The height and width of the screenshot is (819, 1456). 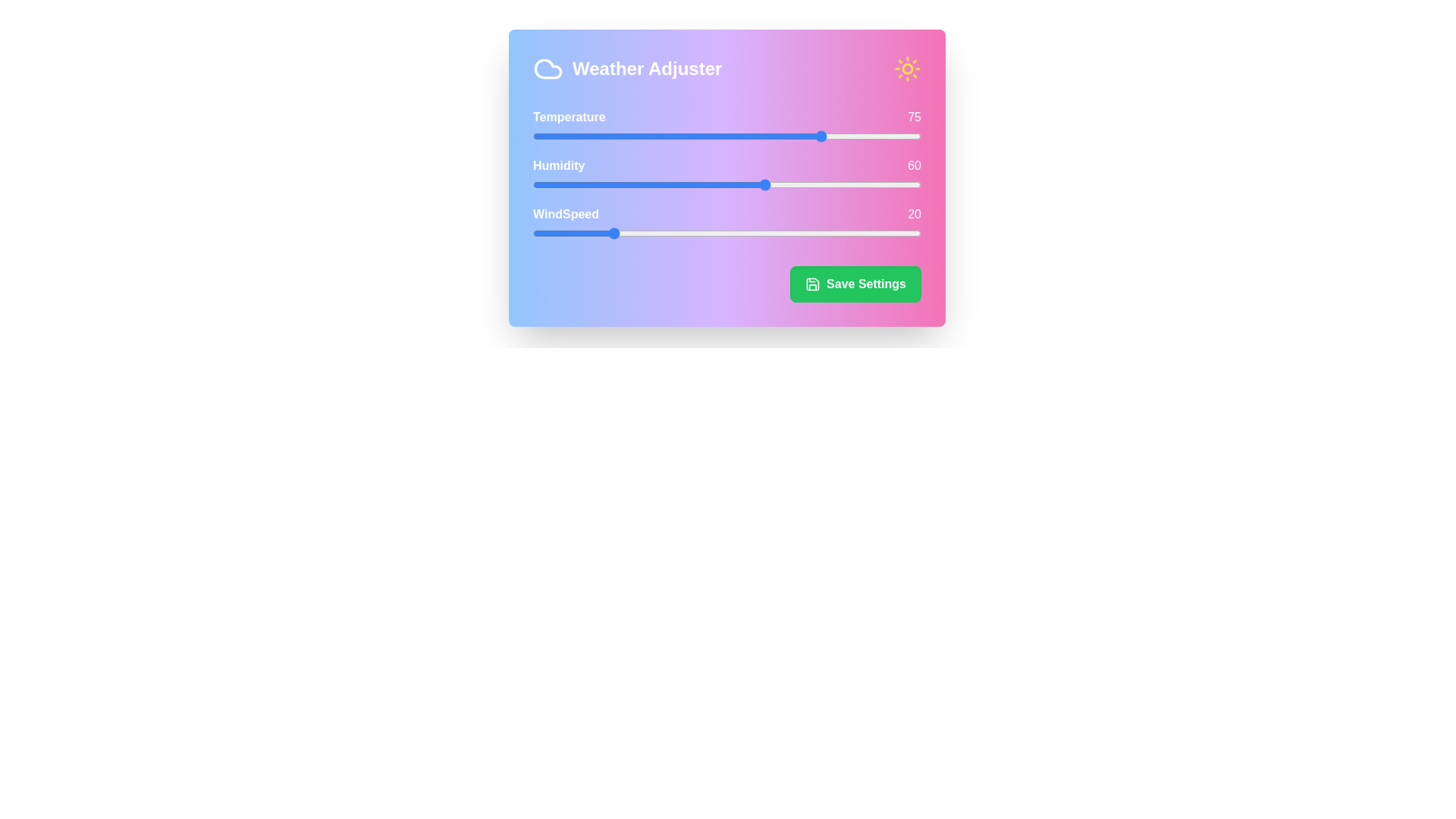 I want to click on the temperature slider, so click(x=661, y=136).